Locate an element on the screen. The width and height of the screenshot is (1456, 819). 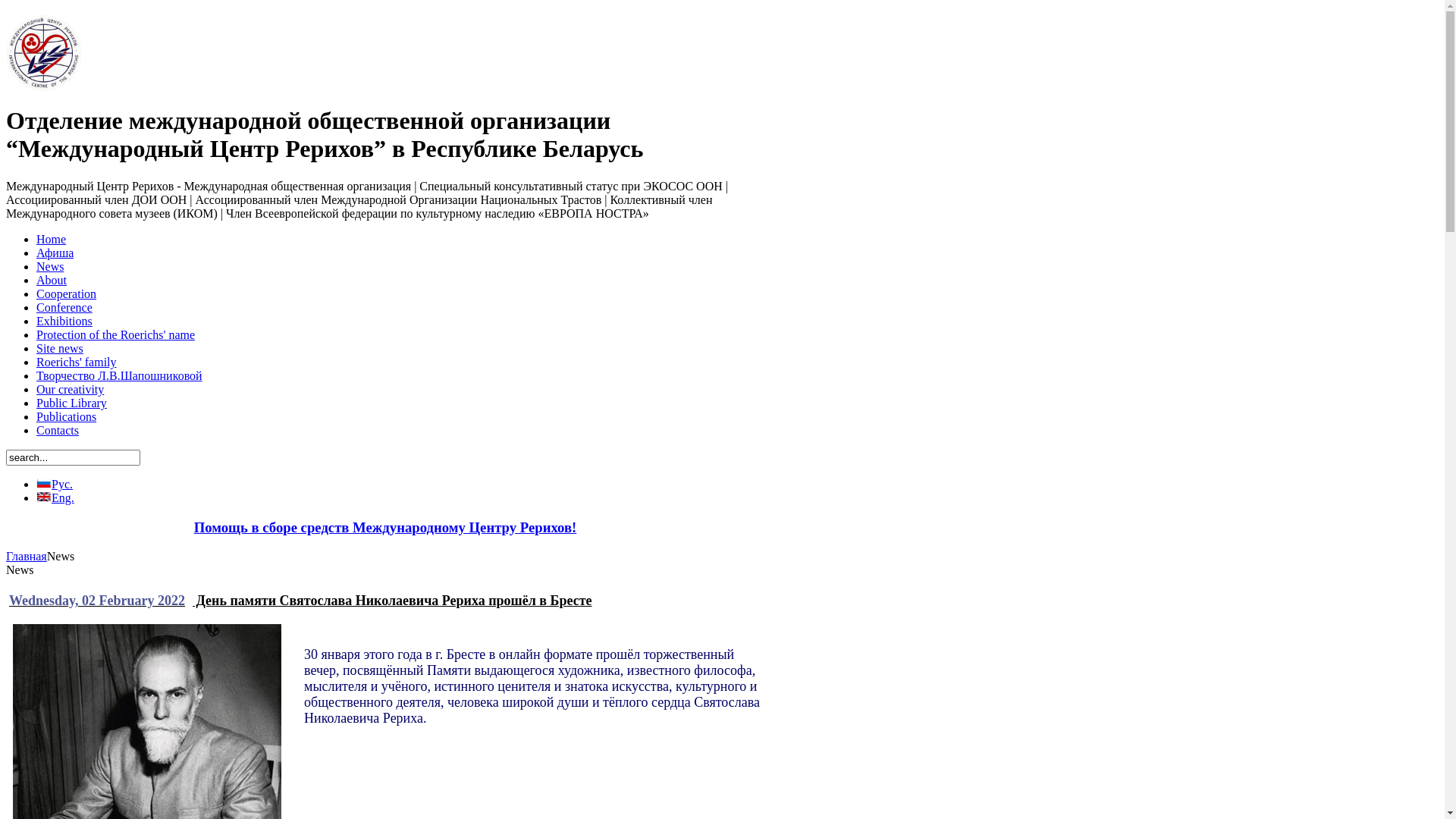
'Conference' is located at coordinates (64, 307).